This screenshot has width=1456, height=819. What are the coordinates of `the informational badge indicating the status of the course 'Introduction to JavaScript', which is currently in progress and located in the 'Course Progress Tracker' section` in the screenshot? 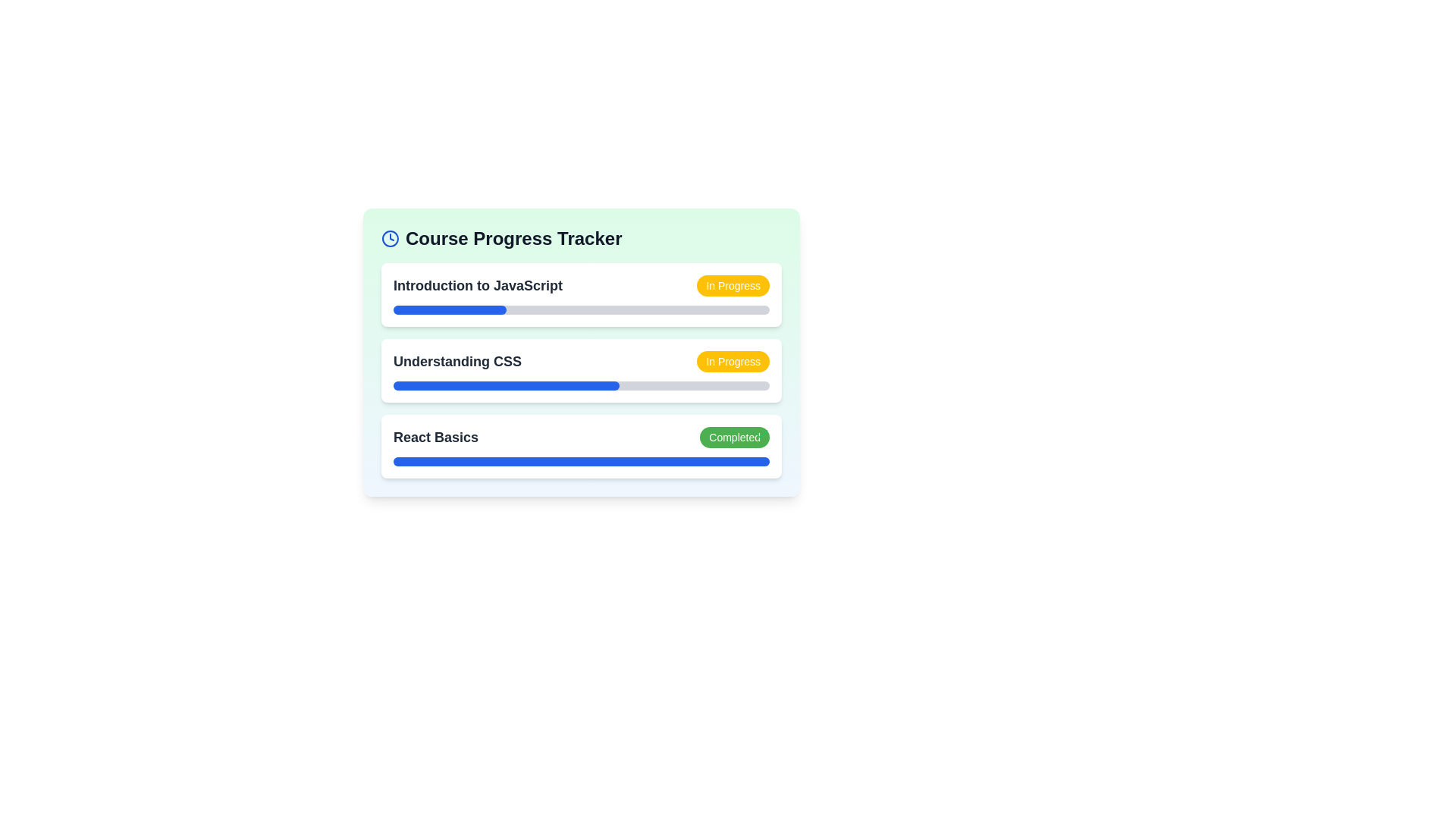 It's located at (733, 286).